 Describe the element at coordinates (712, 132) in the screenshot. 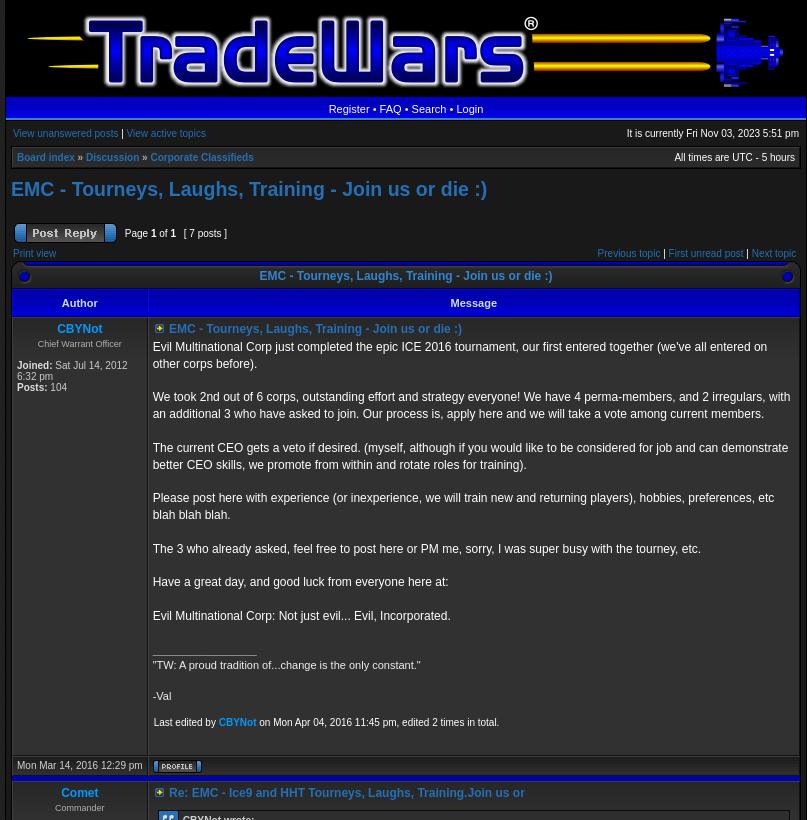

I see `'It is currently Fri Nov 03, 2023 5:51 pm'` at that location.